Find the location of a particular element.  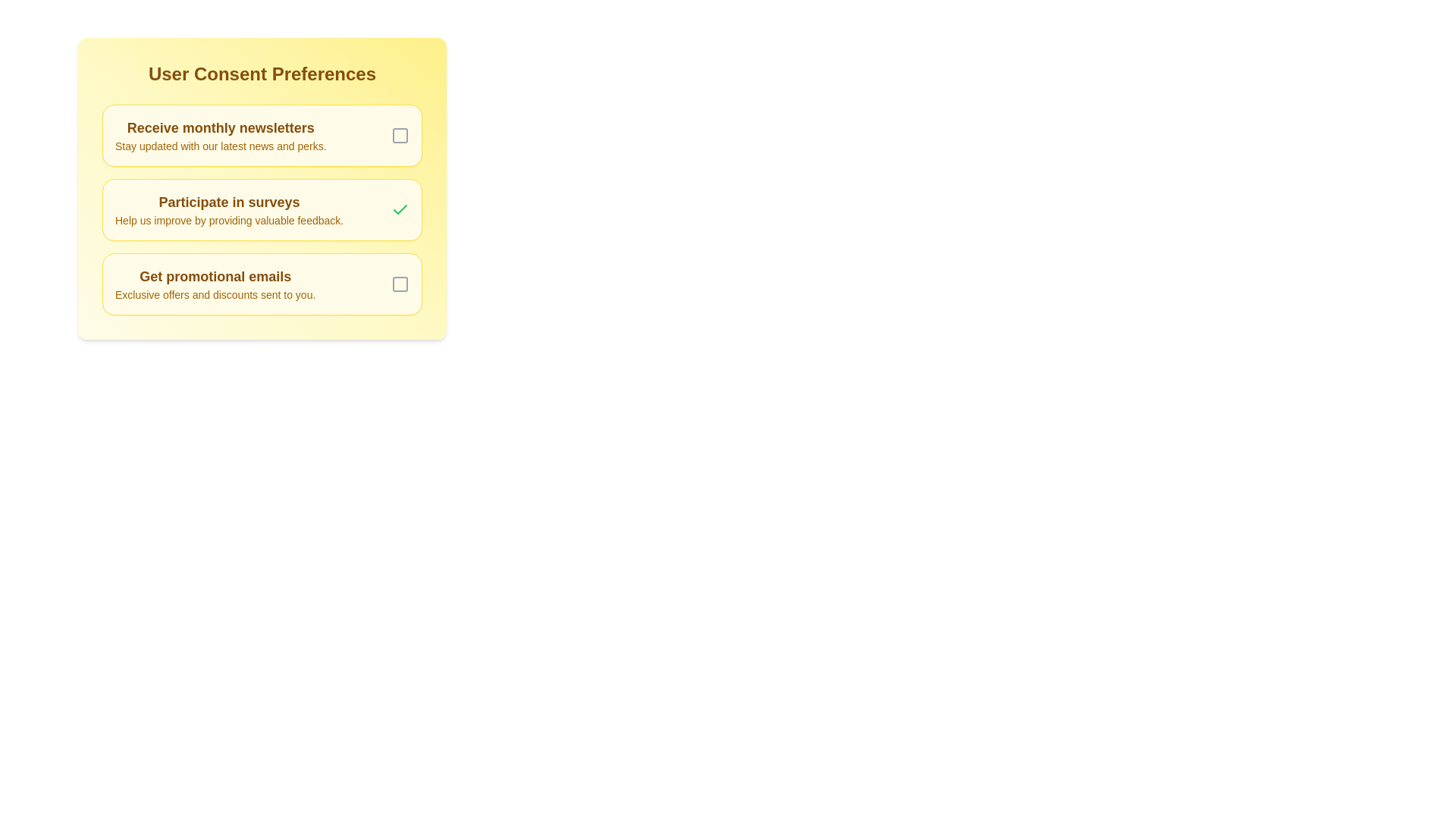

the checkbox representing the 'Receive monthly newsletters' option in the consent preferences dialog box is located at coordinates (400, 134).